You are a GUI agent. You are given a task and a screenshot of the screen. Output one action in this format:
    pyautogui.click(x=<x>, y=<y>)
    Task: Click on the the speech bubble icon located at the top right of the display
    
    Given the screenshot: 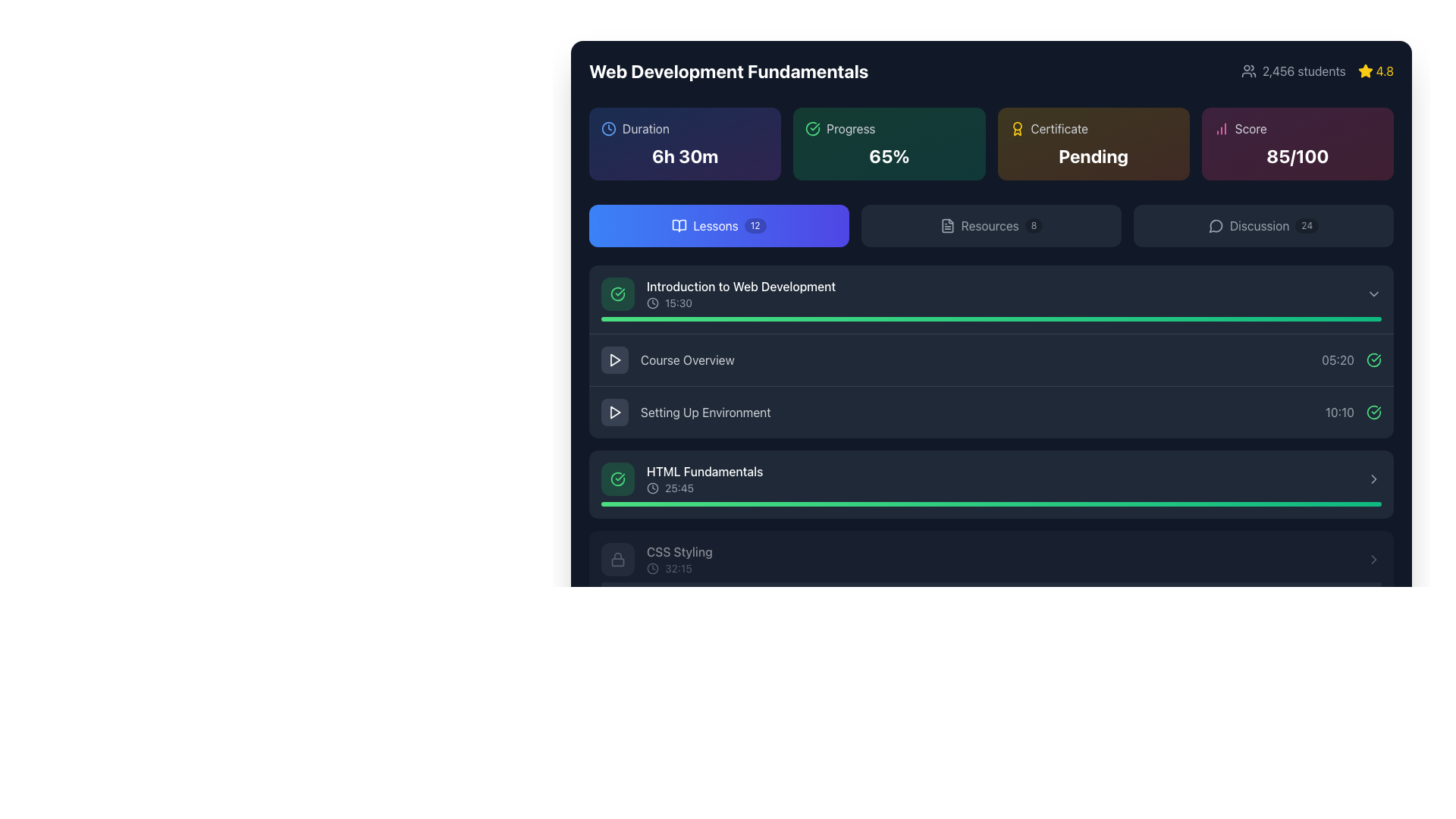 What is the action you would take?
    pyautogui.click(x=1216, y=226)
    